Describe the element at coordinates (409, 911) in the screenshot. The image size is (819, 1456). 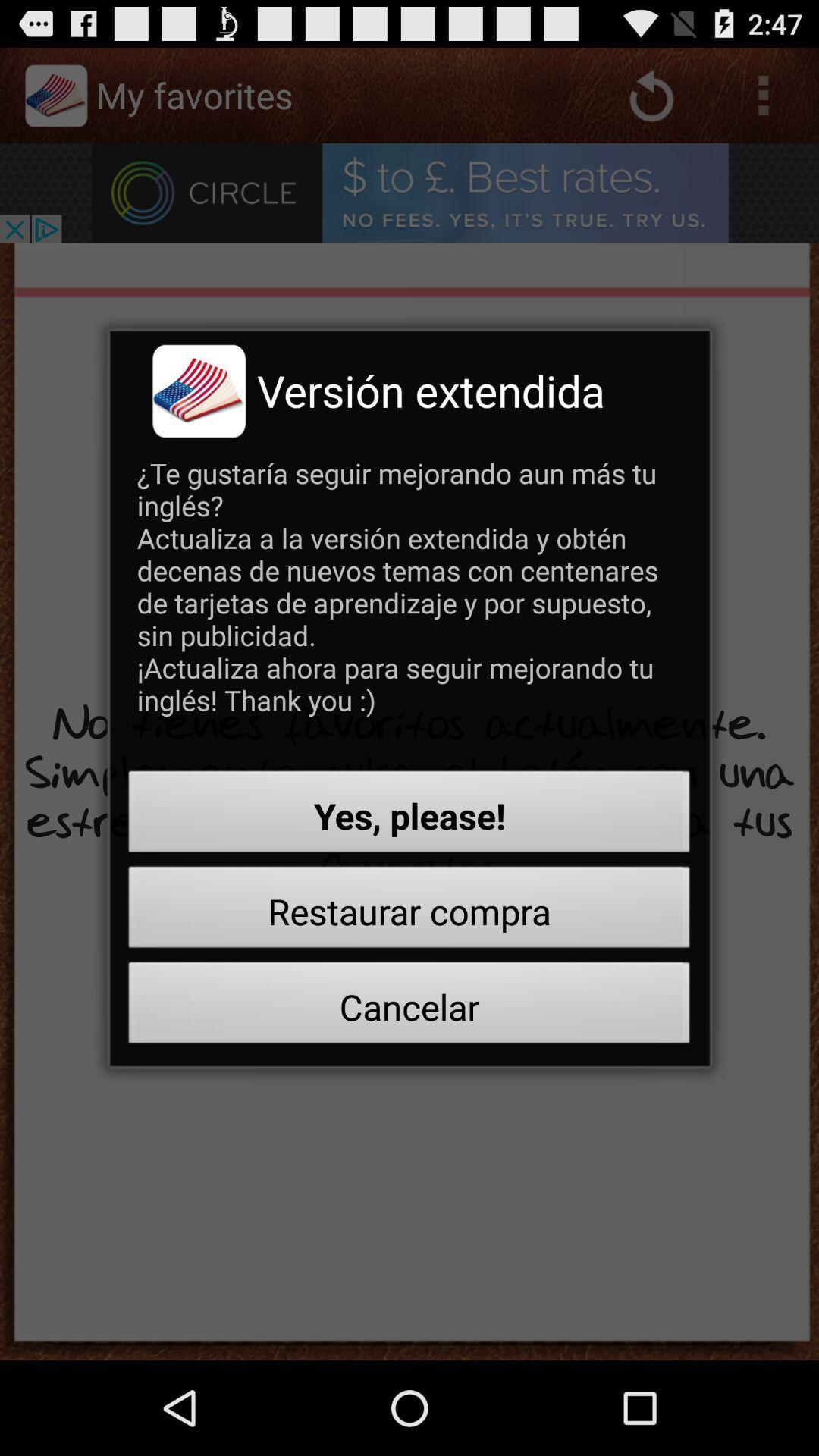
I see `item below yes, please!` at that location.